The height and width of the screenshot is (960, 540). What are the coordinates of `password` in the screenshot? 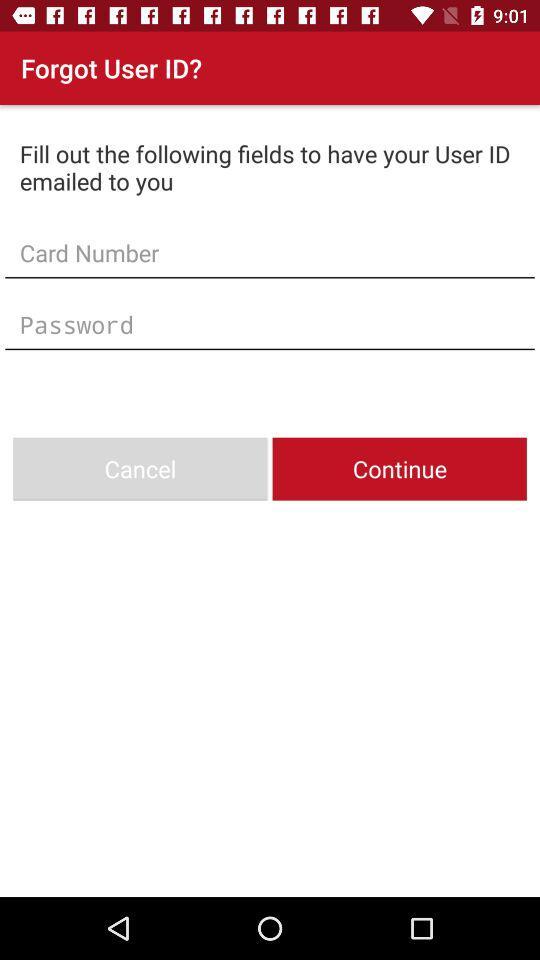 It's located at (270, 324).